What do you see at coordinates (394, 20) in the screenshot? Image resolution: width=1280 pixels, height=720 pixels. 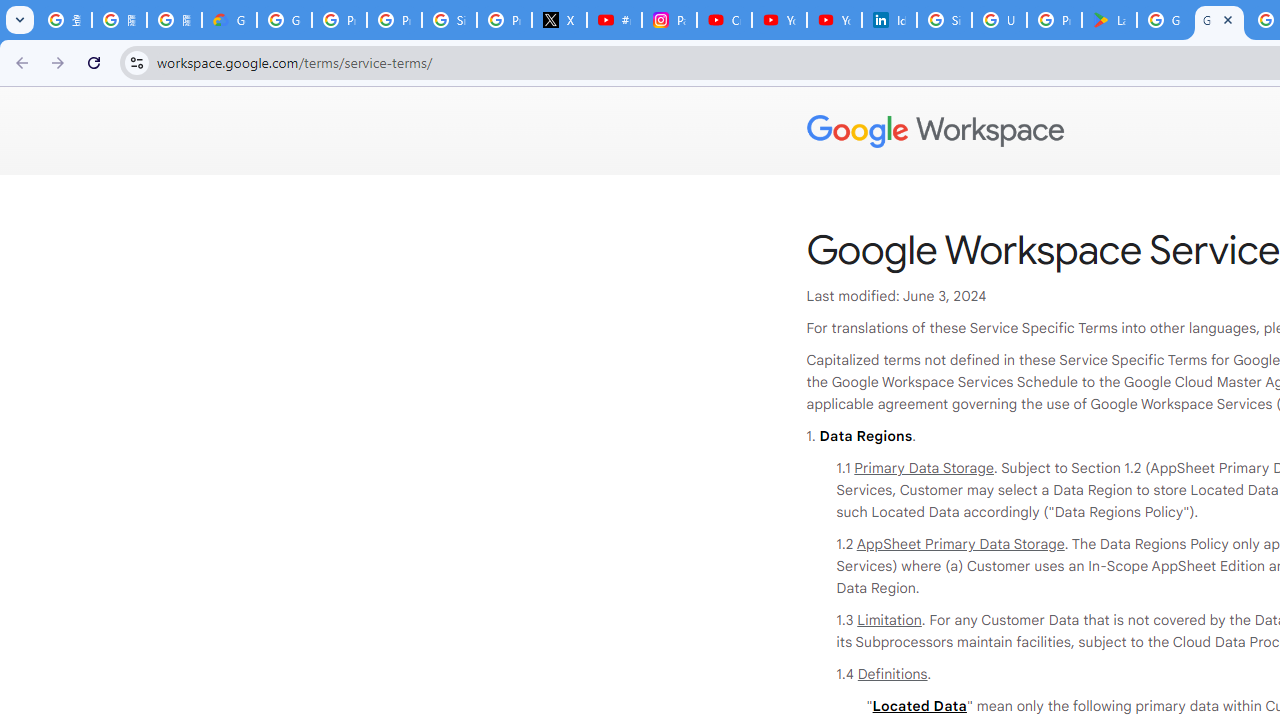 I see `'Privacy Help Center - Policies Help'` at bounding box center [394, 20].